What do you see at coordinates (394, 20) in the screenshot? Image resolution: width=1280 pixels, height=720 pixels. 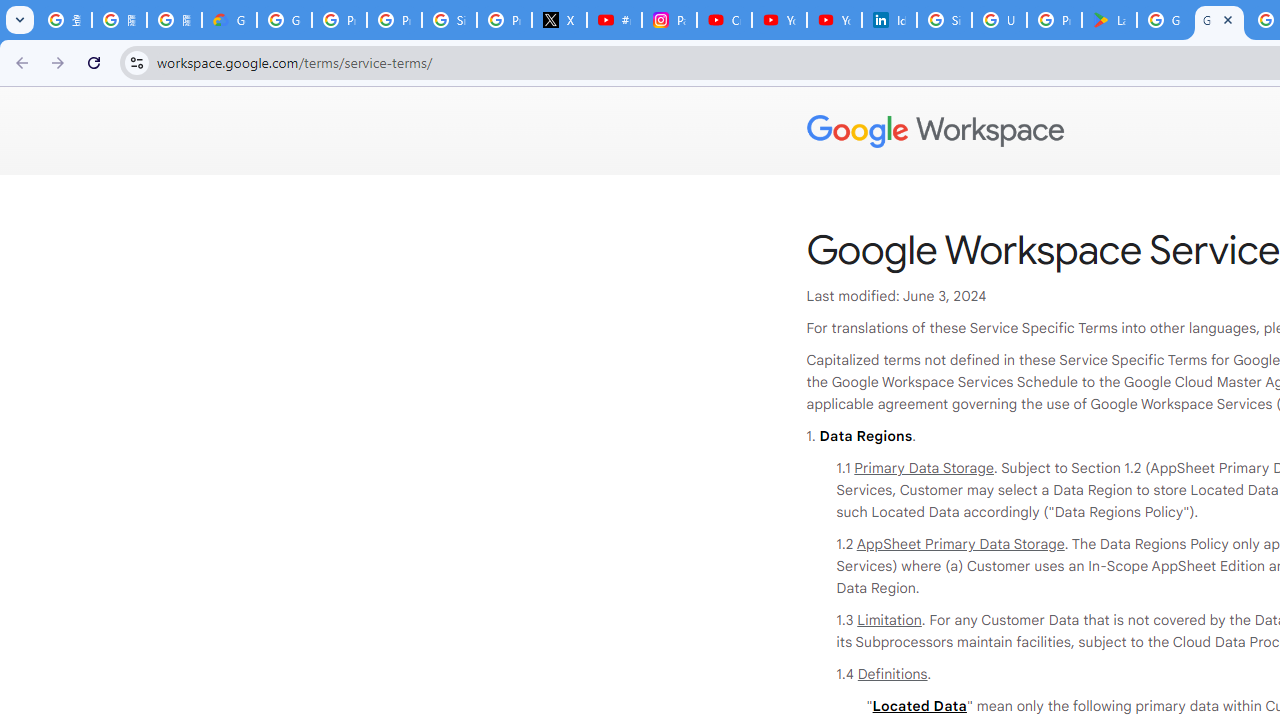 I see `'Privacy Help Center - Policies Help'` at bounding box center [394, 20].